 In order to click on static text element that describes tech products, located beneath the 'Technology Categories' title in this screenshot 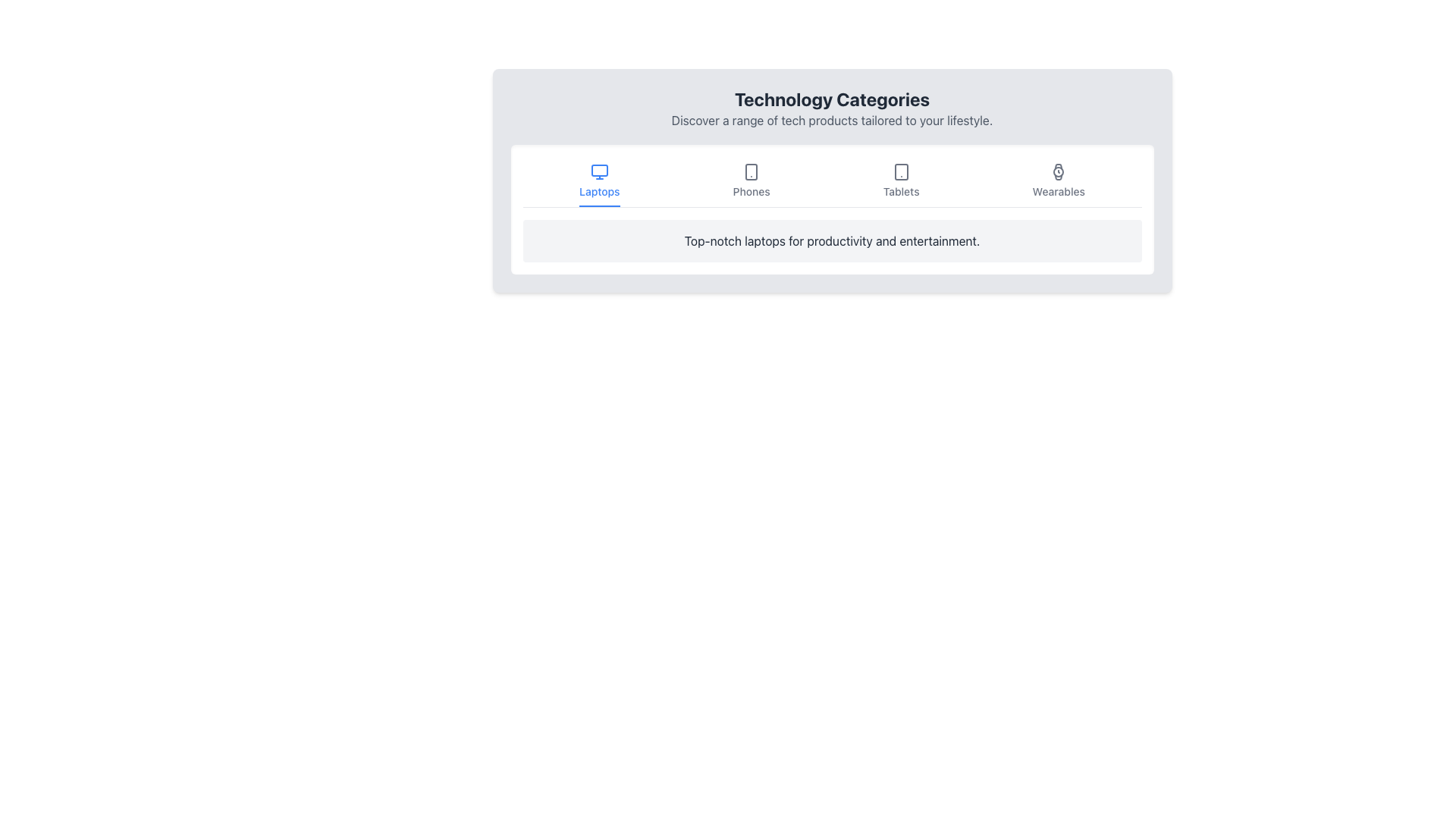, I will do `click(831, 119)`.